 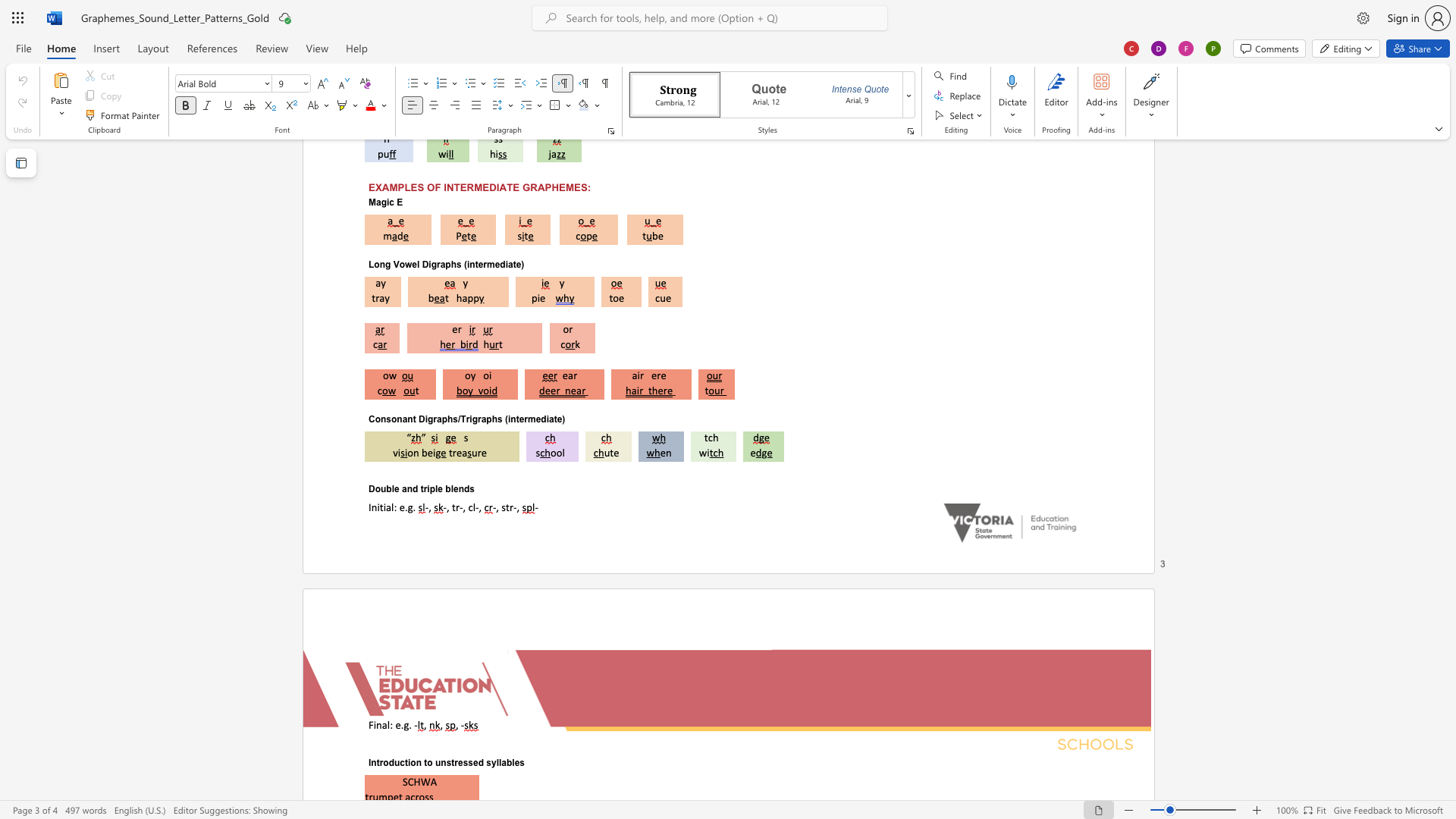 I want to click on the 1th character "i" in the text, so click(x=428, y=488).